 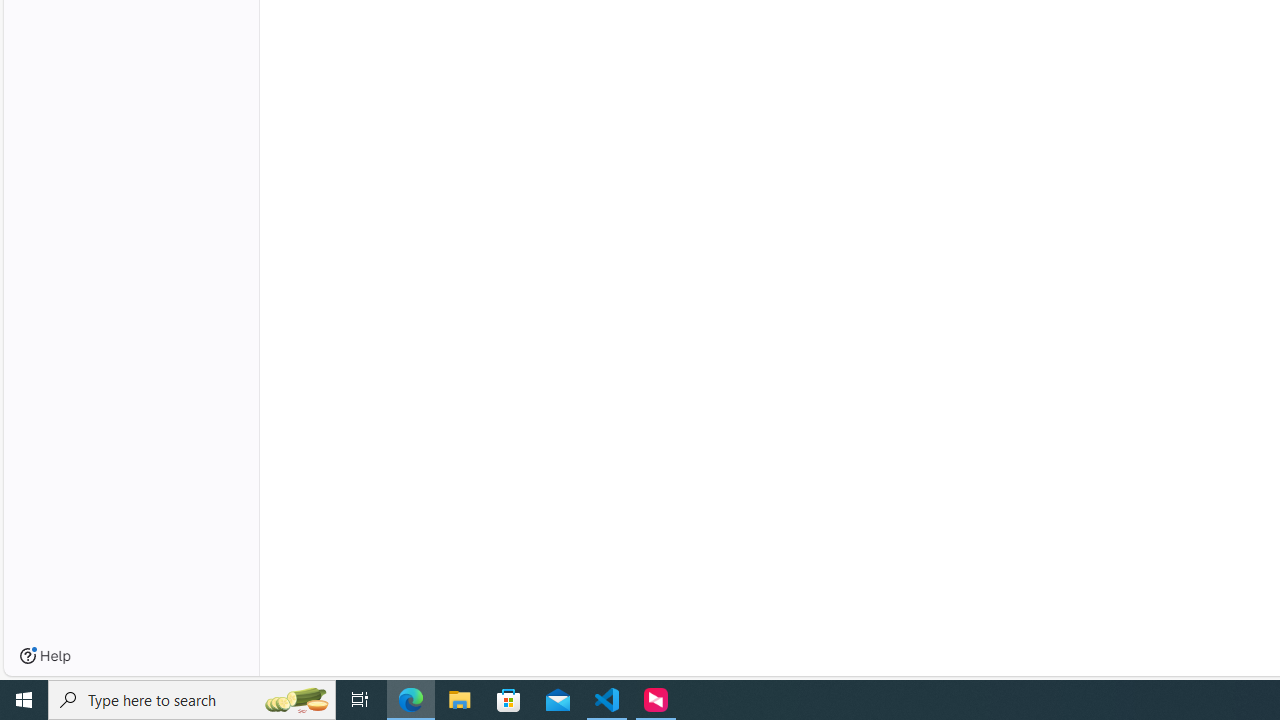 What do you see at coordinates (509, 698) in the screenshot?
I see `'Microsoft Store'` at bounding box center [509, 698].